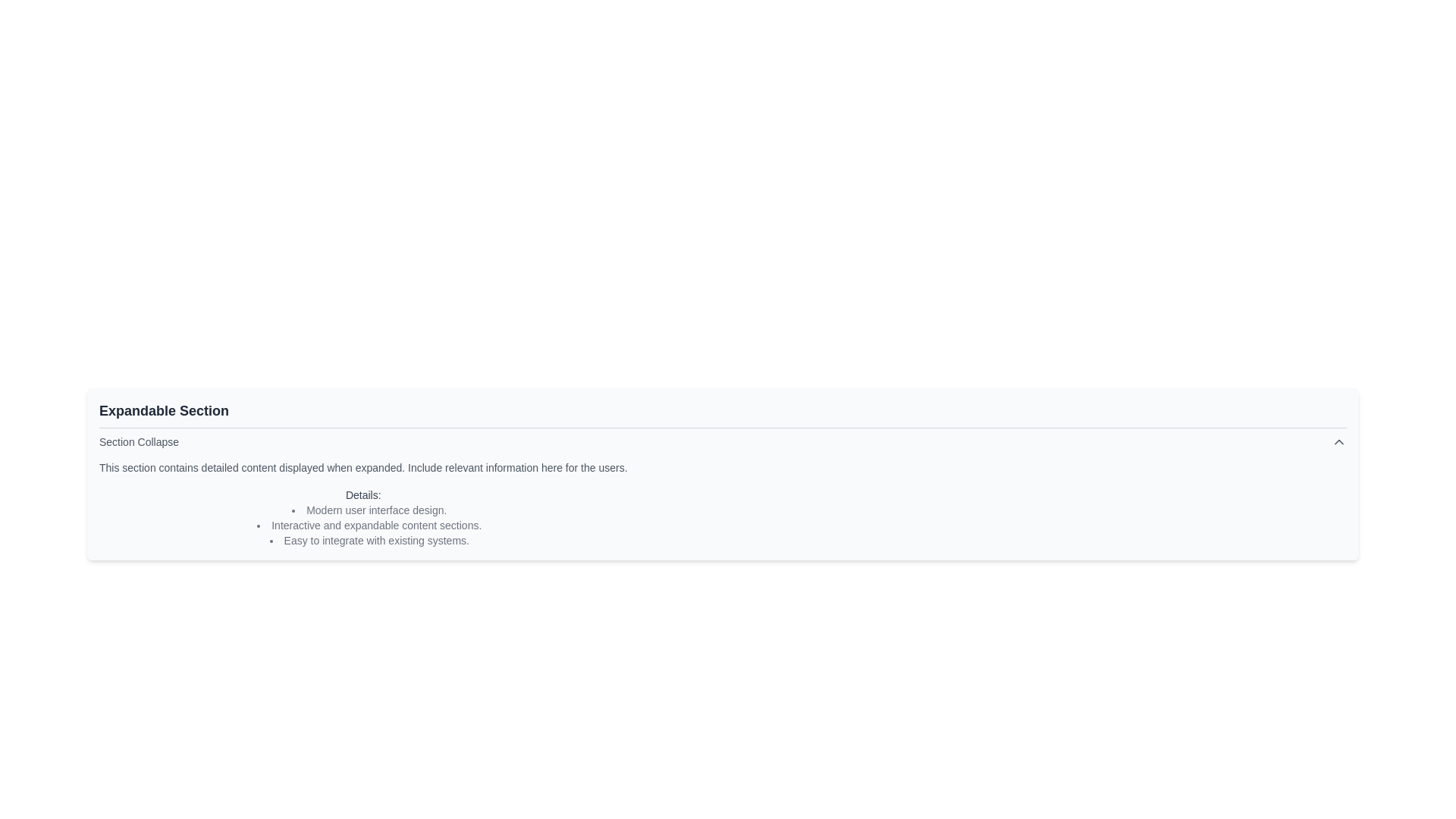 The image size is (1456, 819). I want to click on informational text item that states 'Easy to integrate with existing systems.' which is the last item in a vertical bullet-point list, so click(369, 539).